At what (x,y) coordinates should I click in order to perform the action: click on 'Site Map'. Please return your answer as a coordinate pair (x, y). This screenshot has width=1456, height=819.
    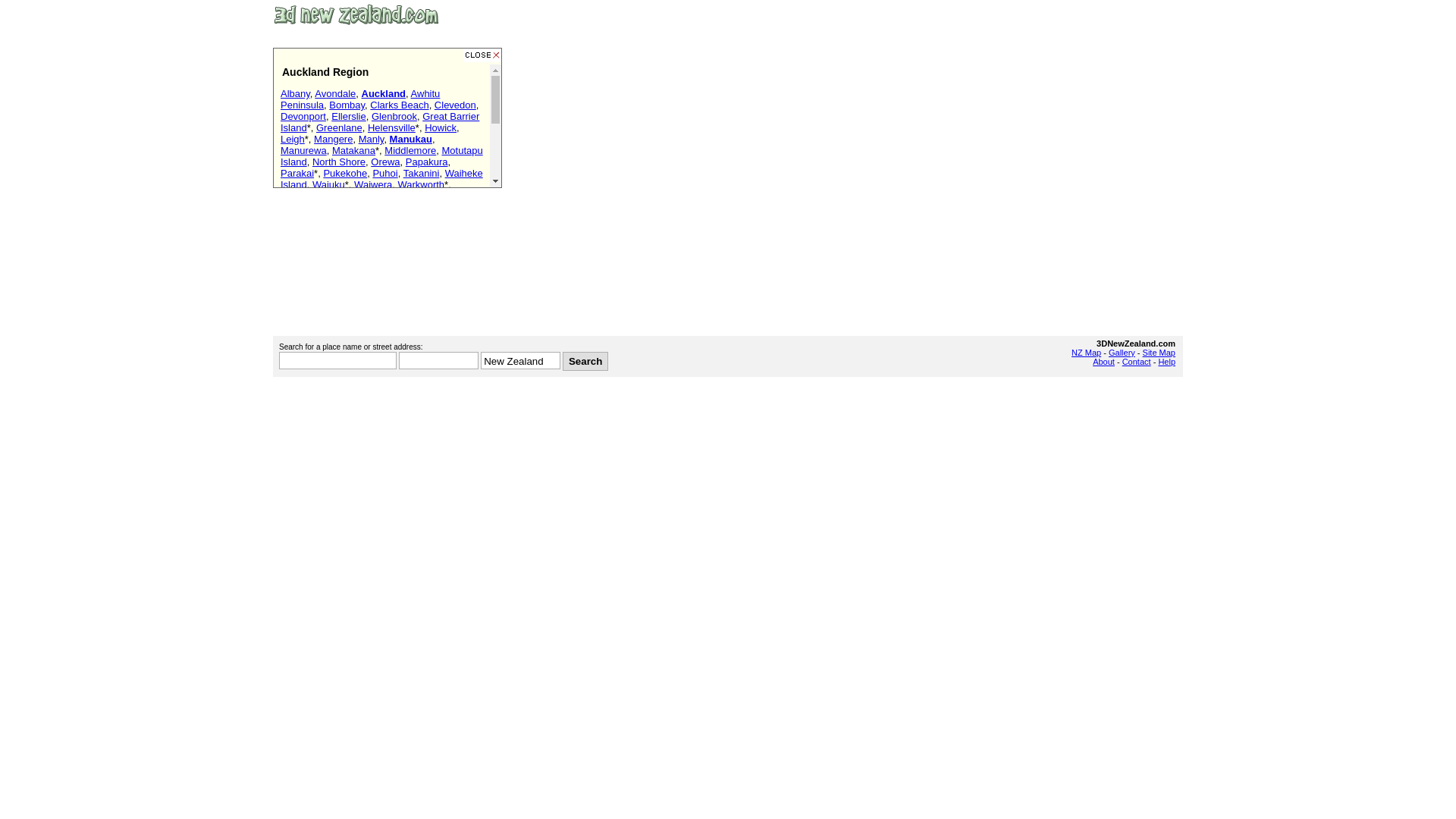
    Looking at the image, I should click on (1158, 353).